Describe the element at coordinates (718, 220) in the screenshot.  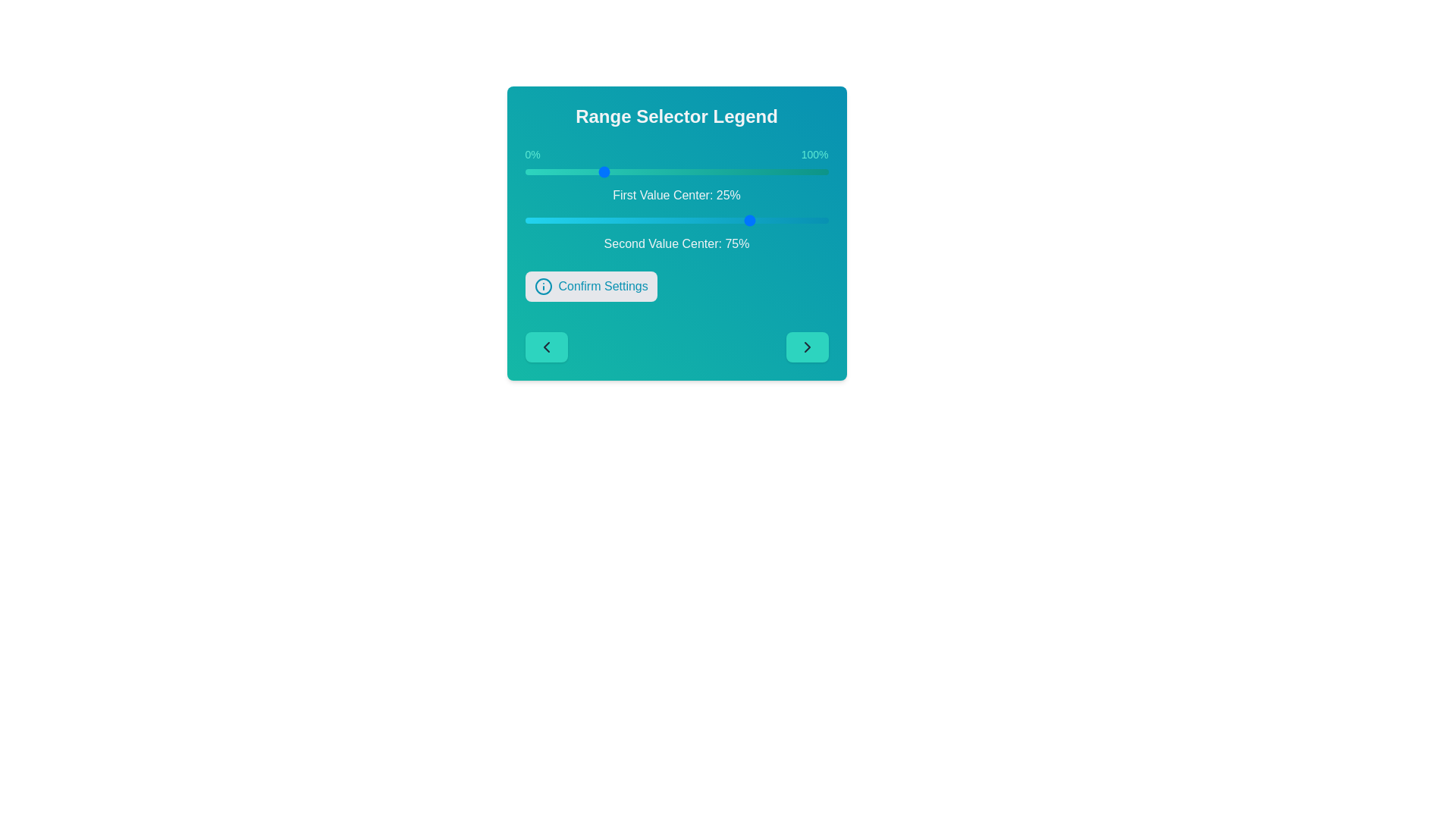
I see `the slider value` at that location.